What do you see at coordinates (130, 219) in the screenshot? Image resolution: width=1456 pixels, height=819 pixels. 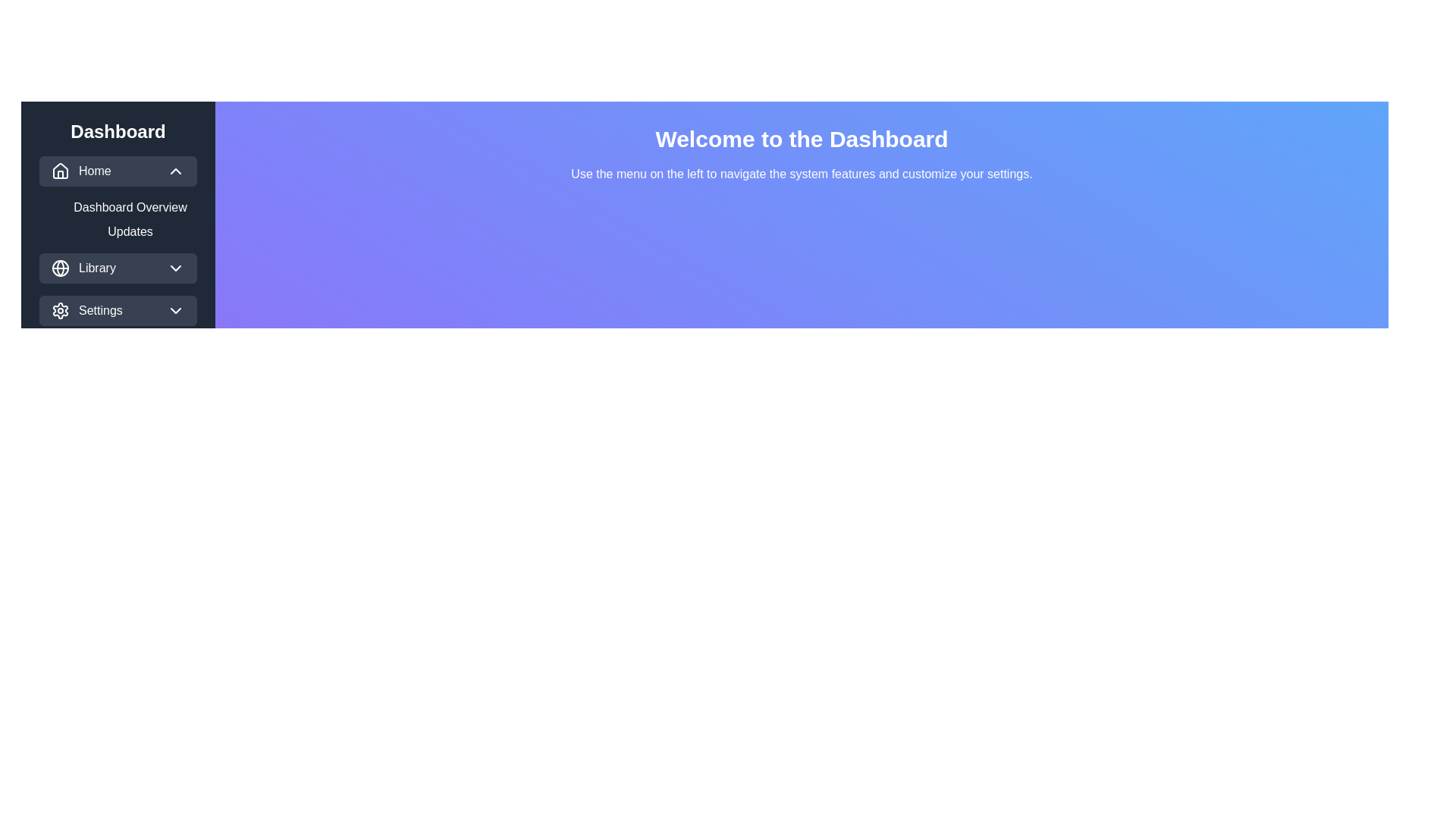 I see `the submenu group of clickable text links in the sidebar navigation, which includes 'Dashboard Overview' and 'Updates'` at bounding box center [130, 219].